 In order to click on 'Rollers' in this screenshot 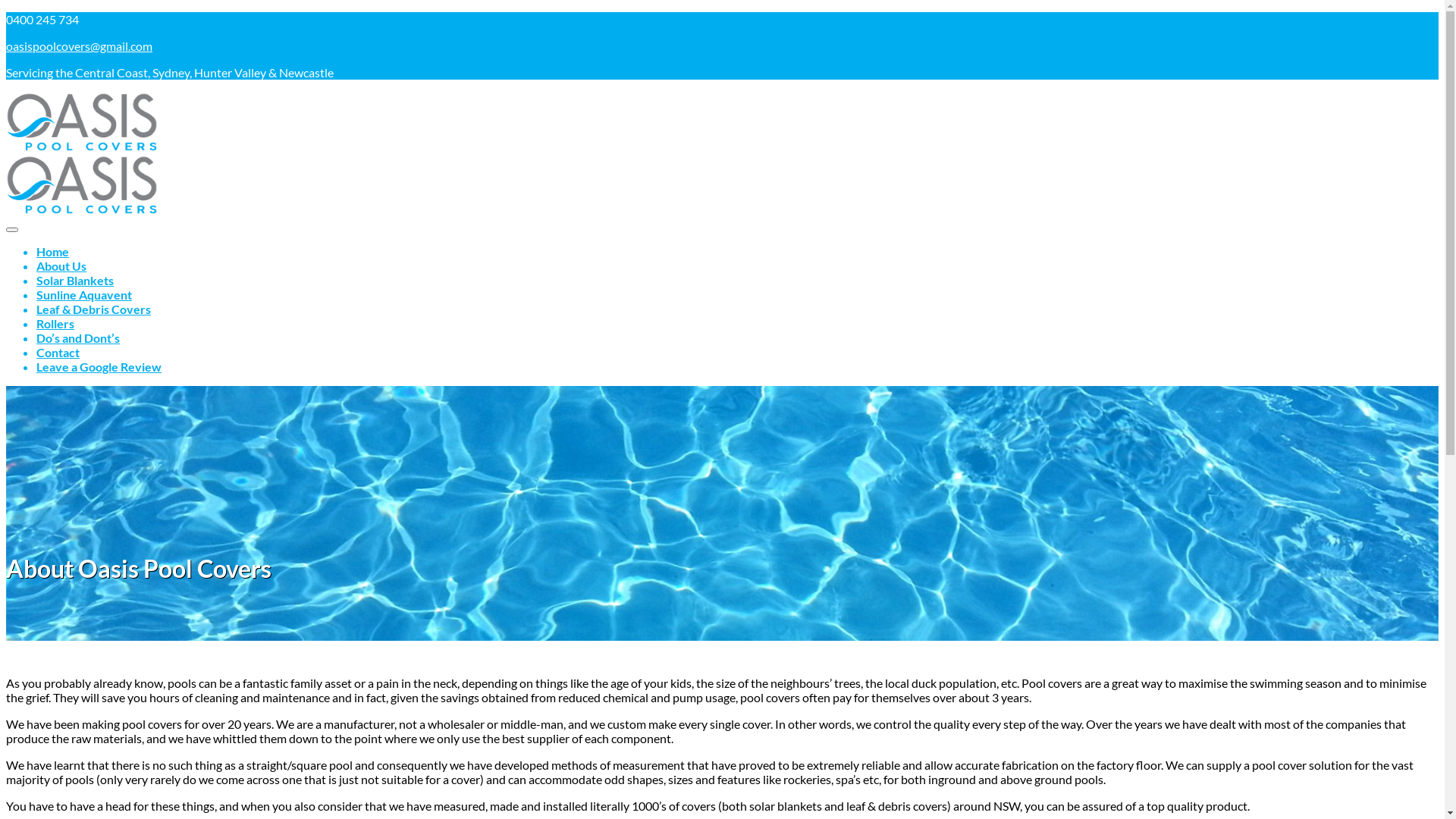, I will do `click(36, 322)`.